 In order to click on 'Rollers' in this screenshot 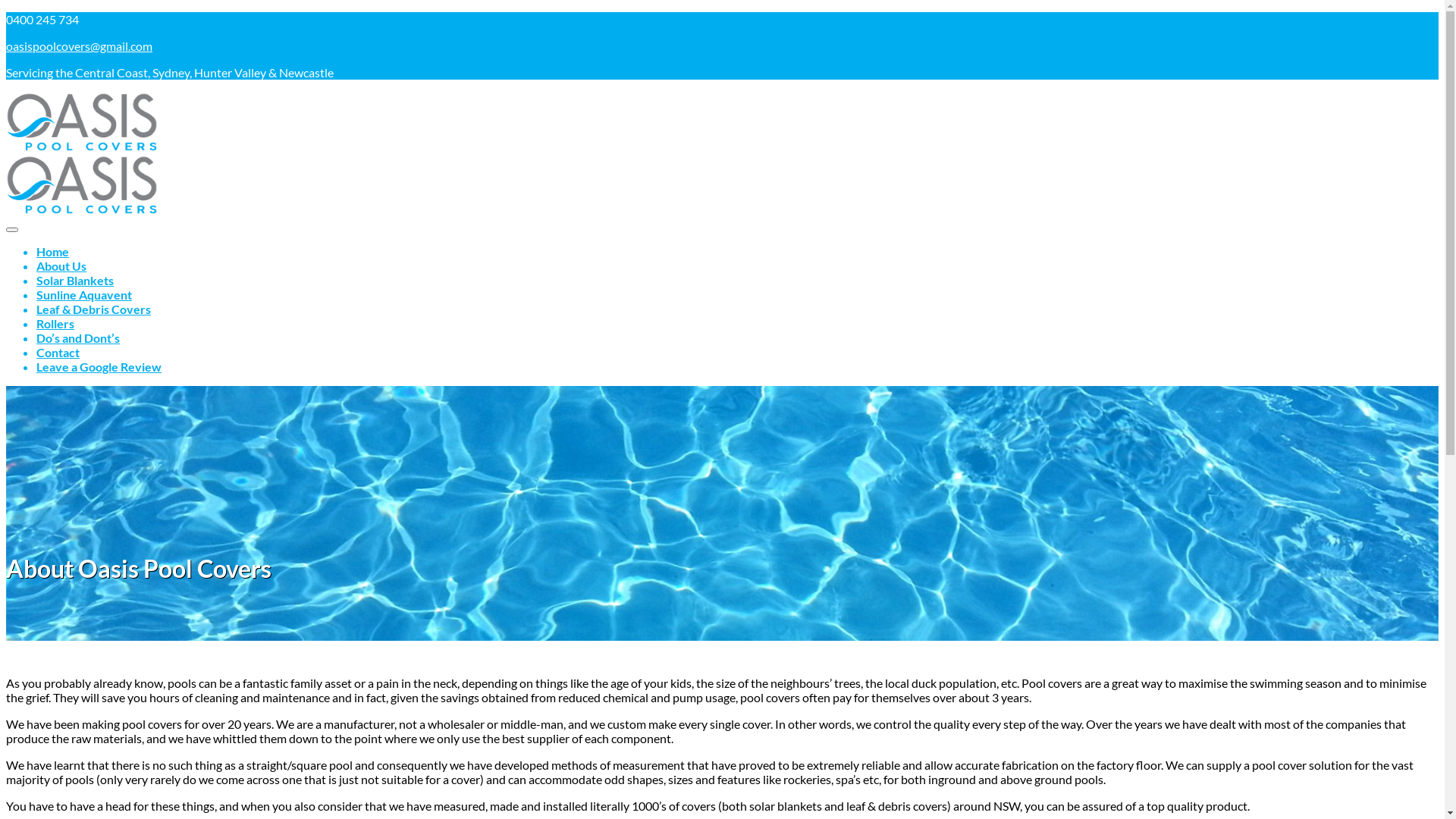, I will do `click(36, 322)`.